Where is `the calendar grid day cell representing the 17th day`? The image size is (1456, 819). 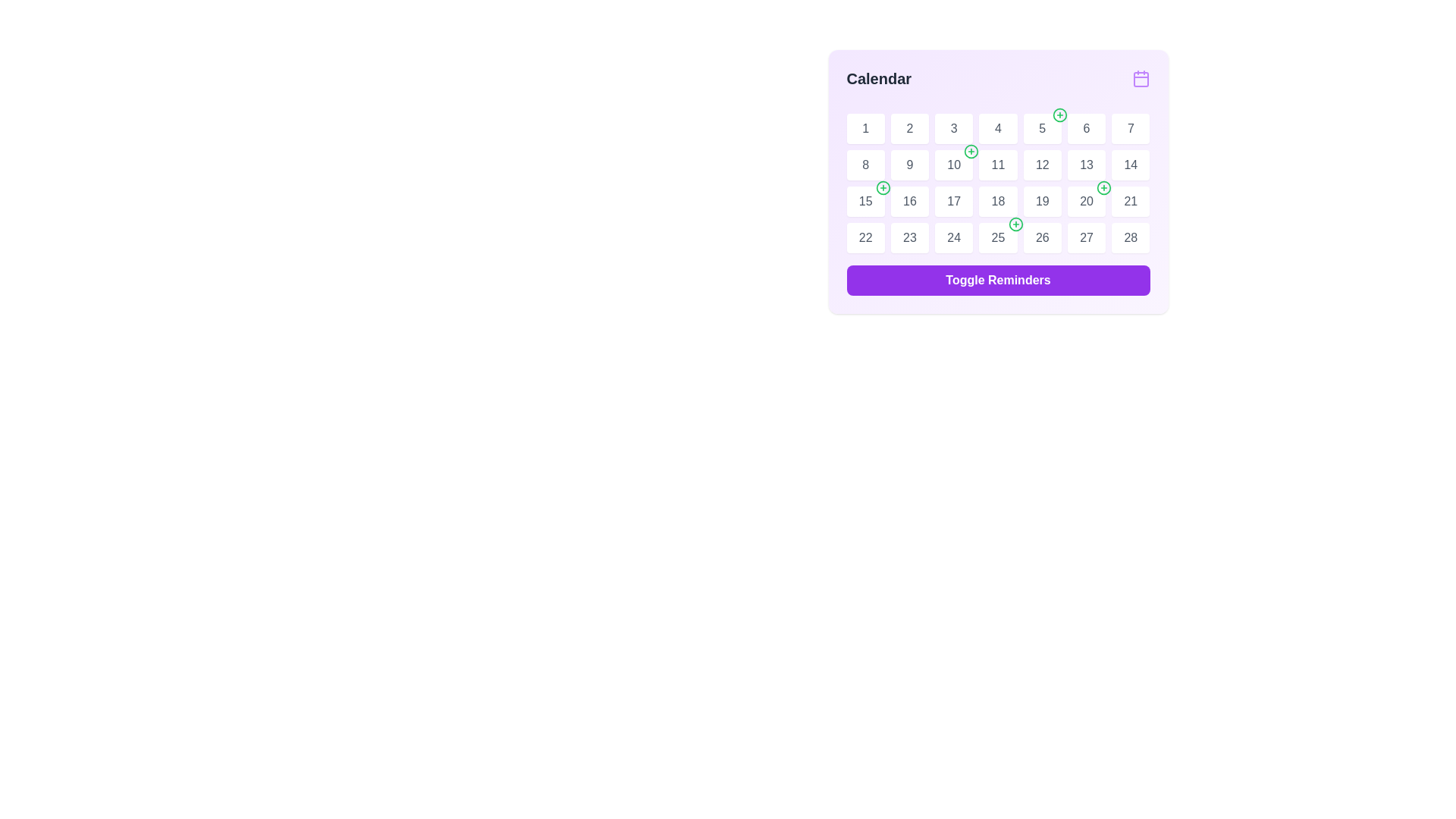 the calendar grid day cell representing the 17th day is located at coordinates (953, 201).